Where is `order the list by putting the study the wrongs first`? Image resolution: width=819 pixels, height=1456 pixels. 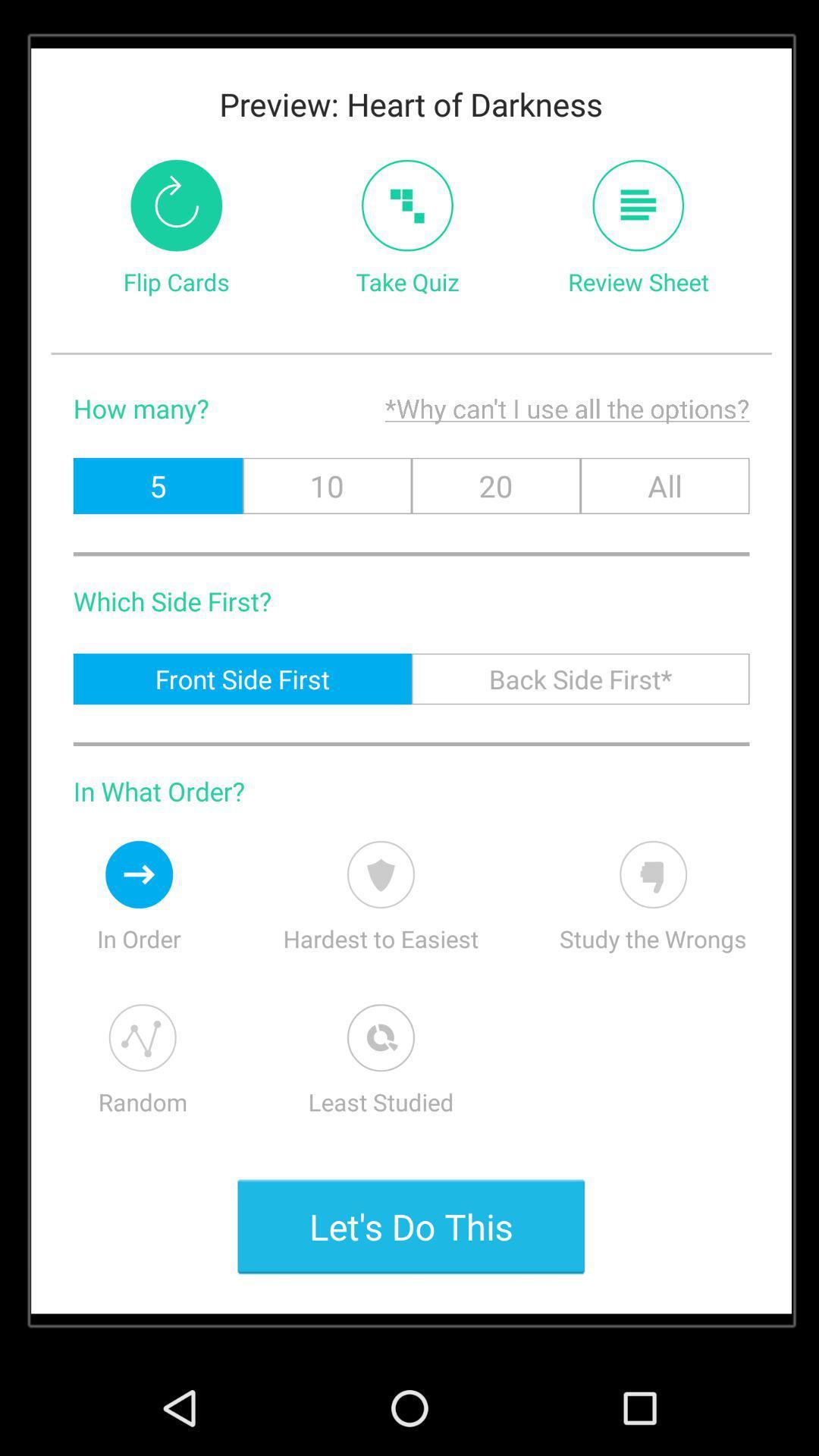 order the list by putting the study the wrongs first is located at coordinates (652, 874).